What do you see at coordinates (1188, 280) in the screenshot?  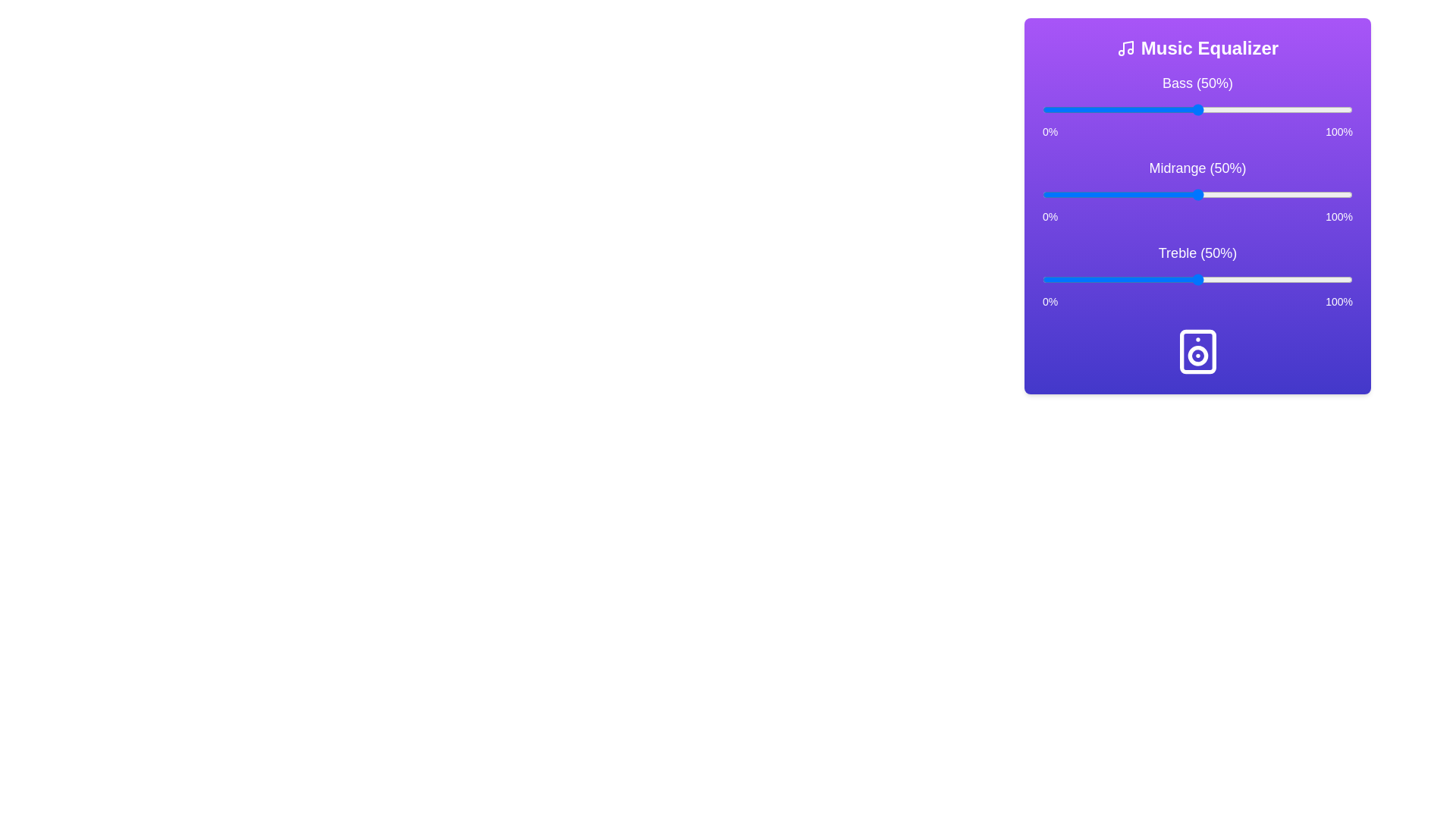 I see `the treble slider to 47%` at bounding box center [1188, 280].